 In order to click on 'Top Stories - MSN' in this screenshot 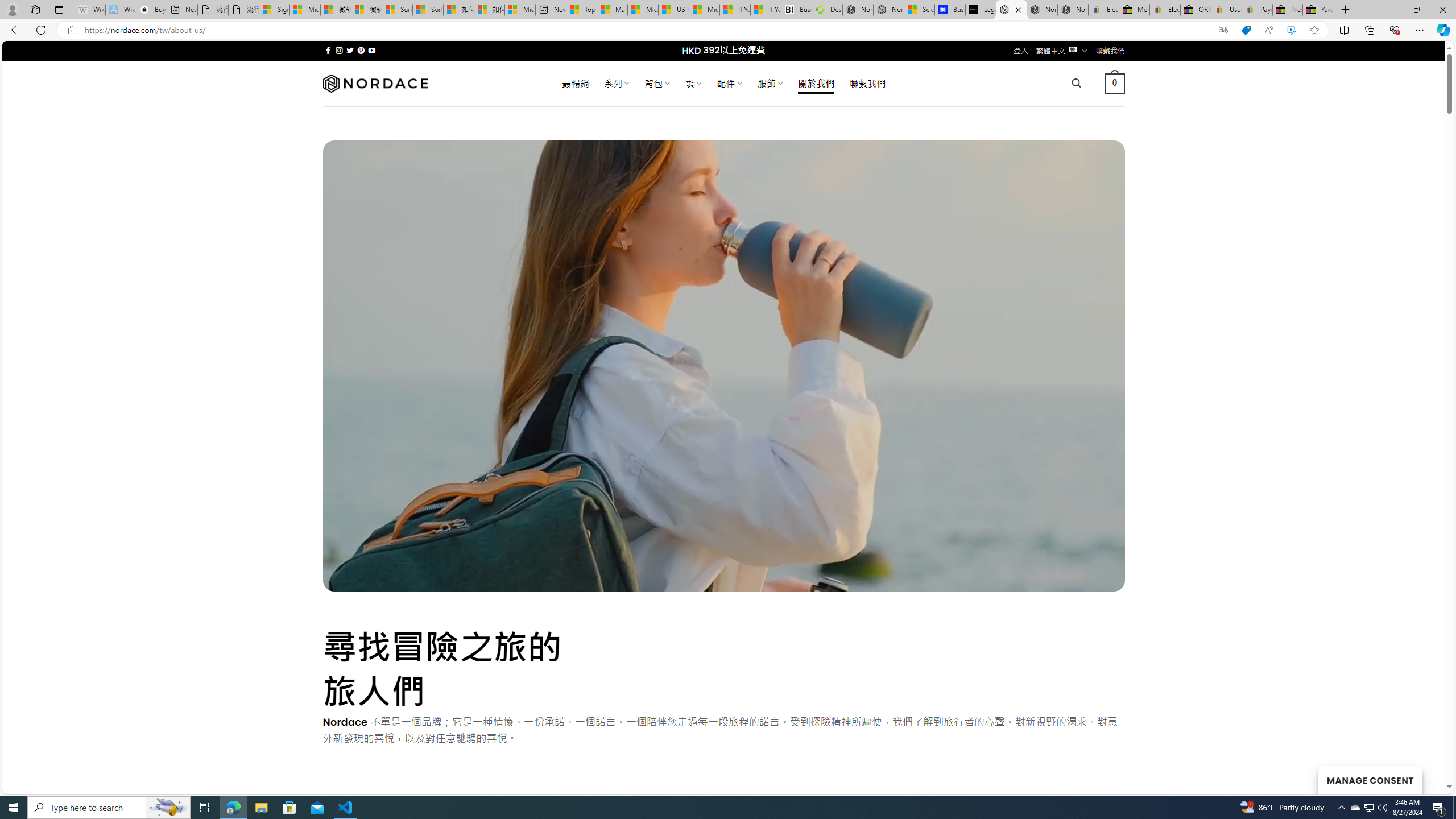, I will do `click(581, 9)`.